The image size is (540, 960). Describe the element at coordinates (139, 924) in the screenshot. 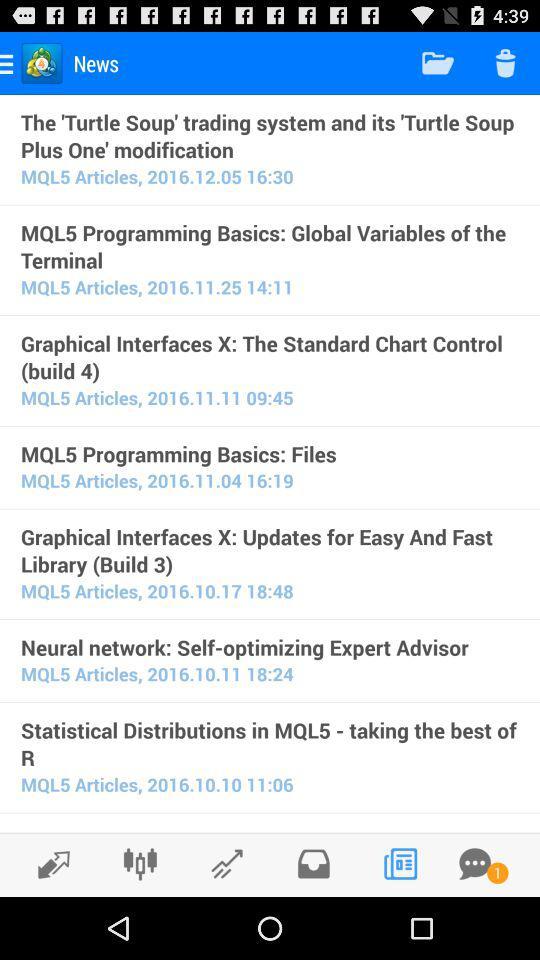

I see `the sliders icon` at that location.